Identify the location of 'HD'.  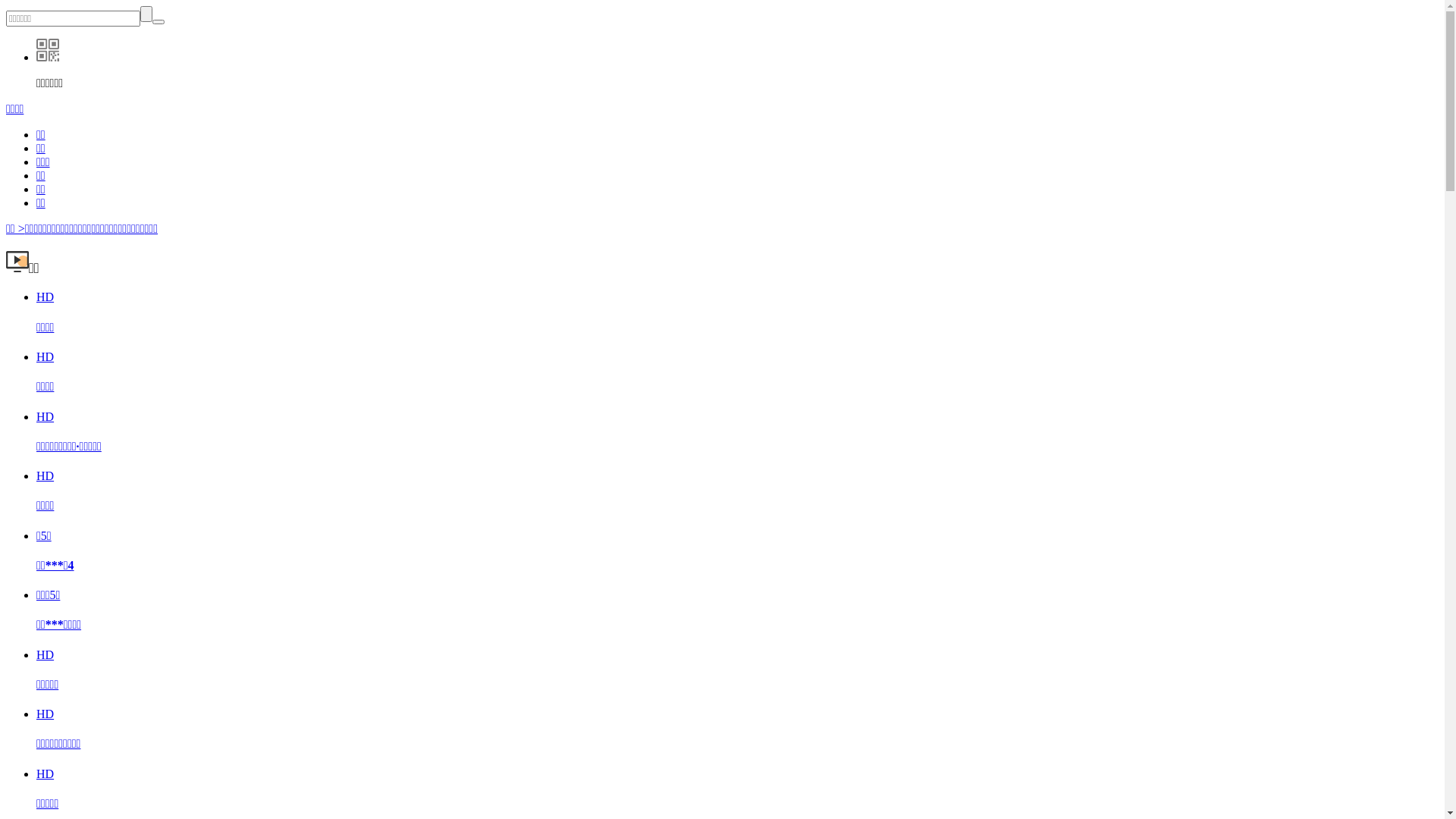
(45, 773).